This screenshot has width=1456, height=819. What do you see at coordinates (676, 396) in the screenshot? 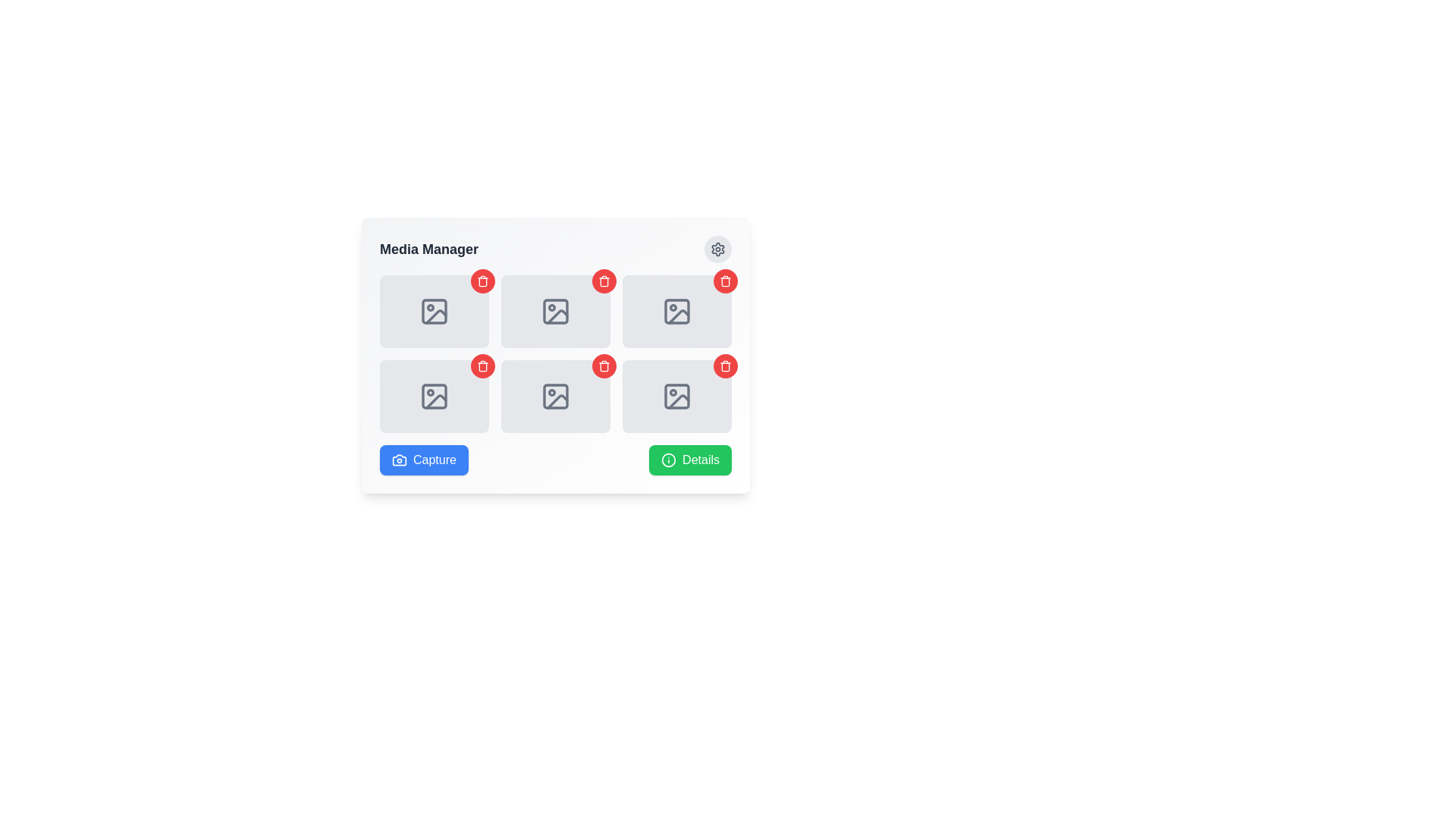
I see `the decorative element located in the bottom-right cell of the 3x2 grid of image icons in the Media Manager interface` at bounding box center [676, 396].